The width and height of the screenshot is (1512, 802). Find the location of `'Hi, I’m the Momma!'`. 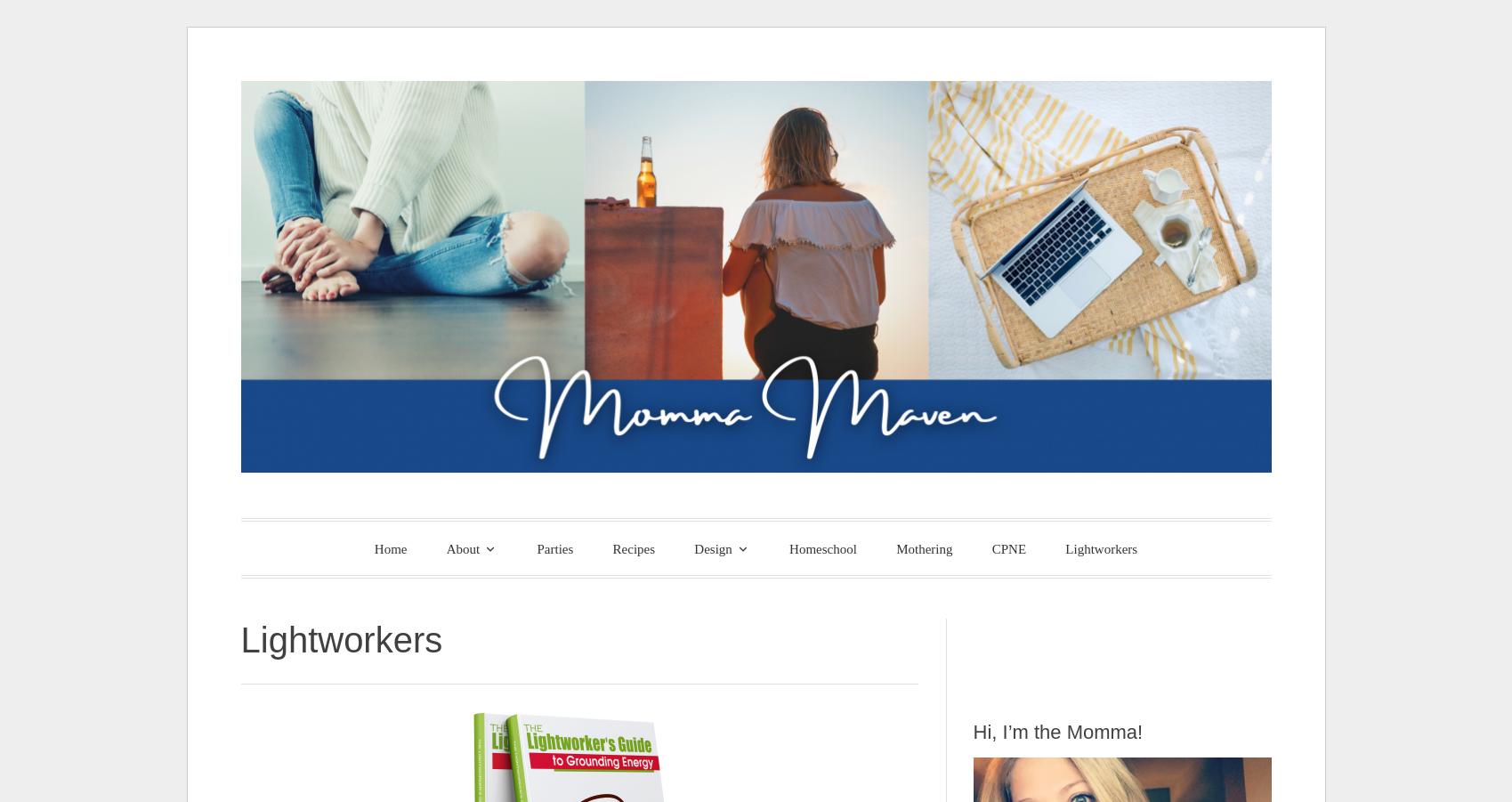

'Hi, I’m the Momma!' is located at coordinates (1057, 731).